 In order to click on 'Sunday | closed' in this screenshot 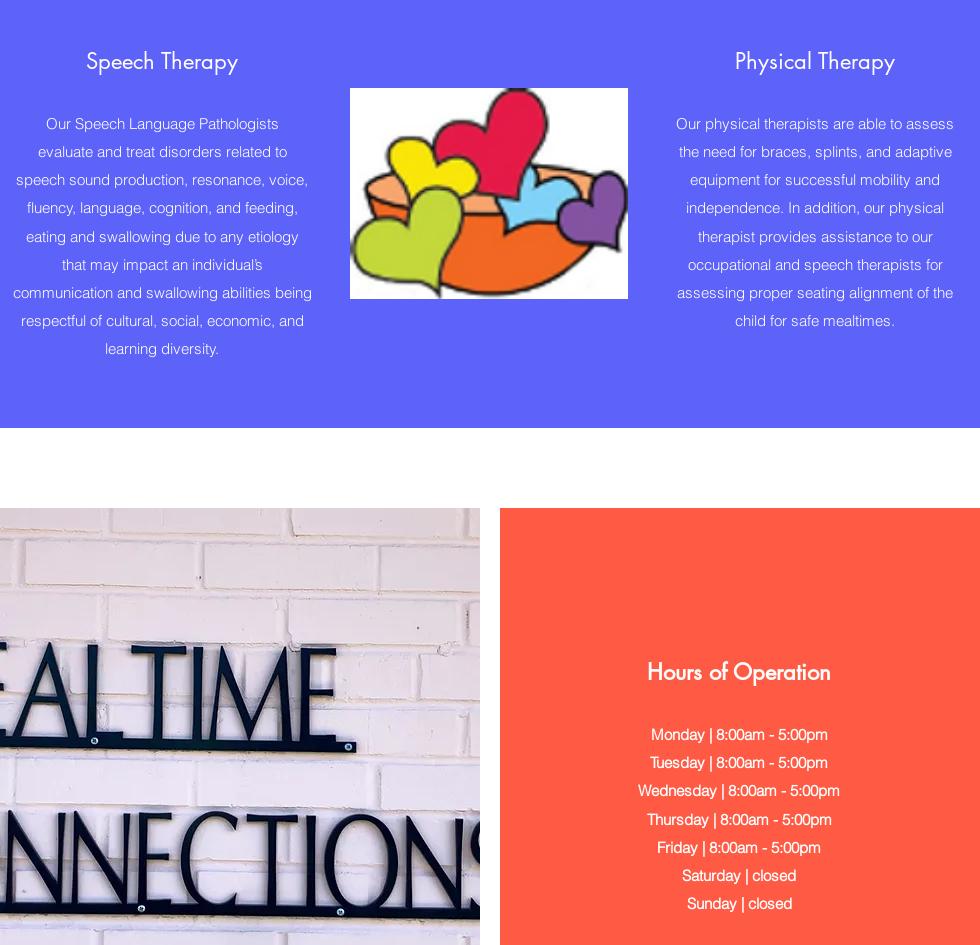, I will do `click(738, 901)`.